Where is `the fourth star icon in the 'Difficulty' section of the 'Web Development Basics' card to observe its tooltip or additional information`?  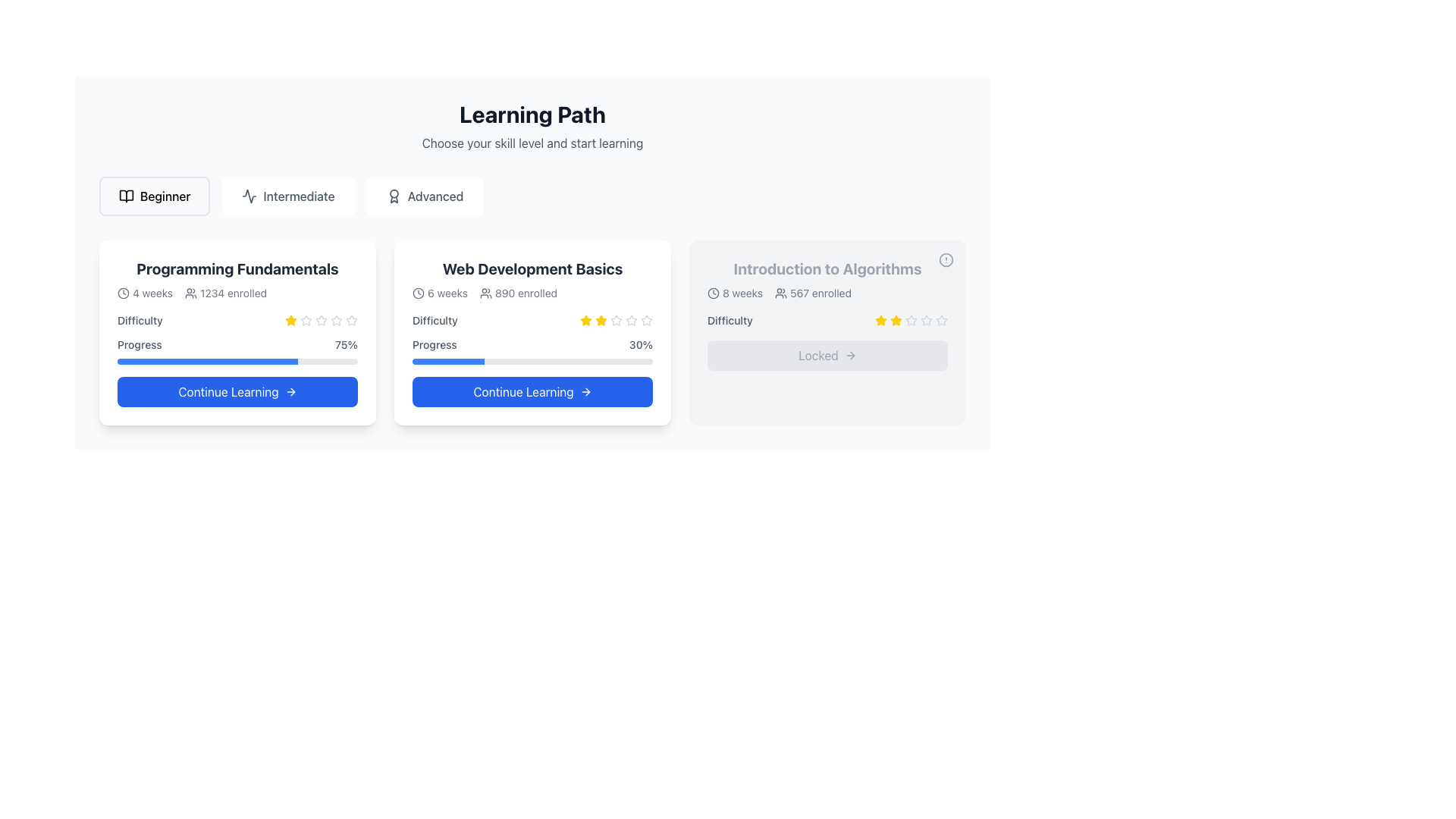 the fourth star icon in the 'Difficulty' section of the 'Web Development Basics' card to observe its tooltip or additional information is located at coordinates (616, 320).